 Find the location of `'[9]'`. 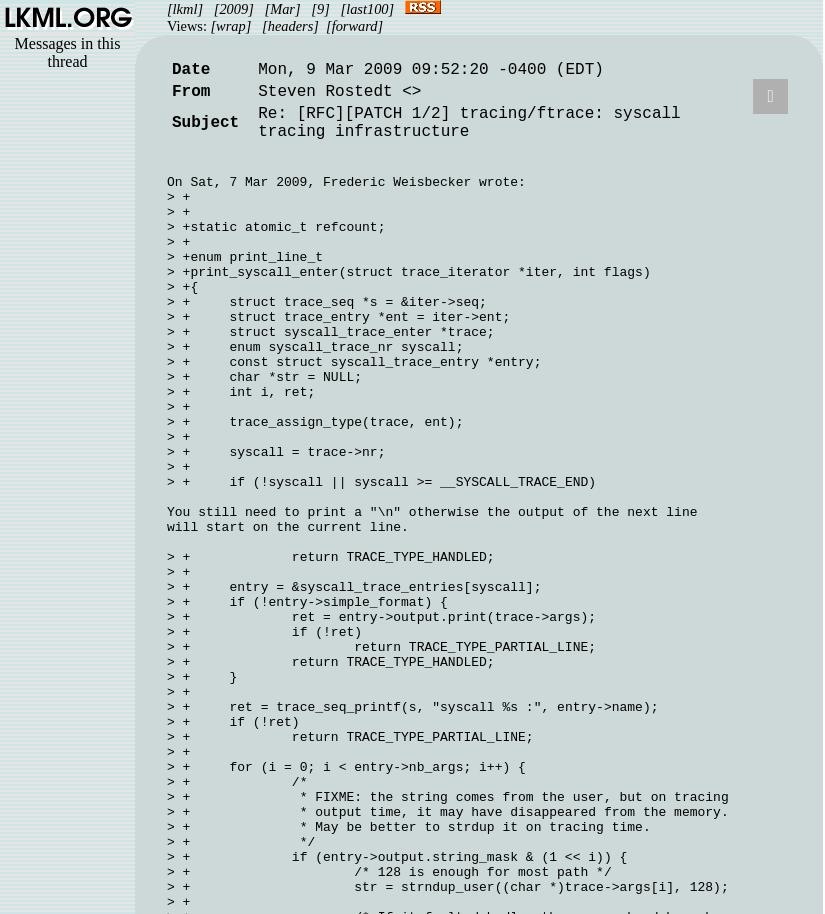

'[9]' is located at coordinates (319, 8).